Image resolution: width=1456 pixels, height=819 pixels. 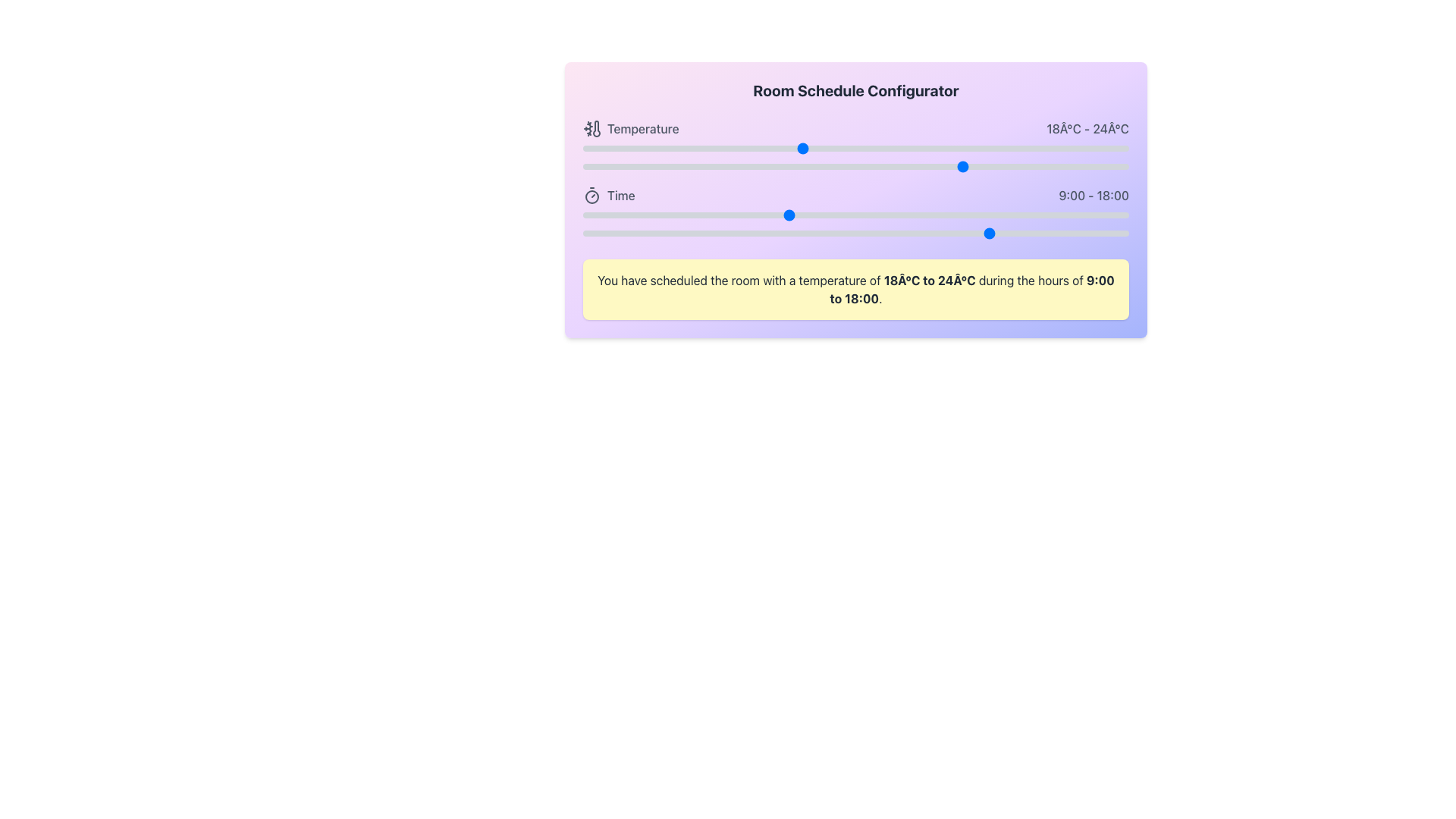 I want to click on the time, so click(x=833, y=234).